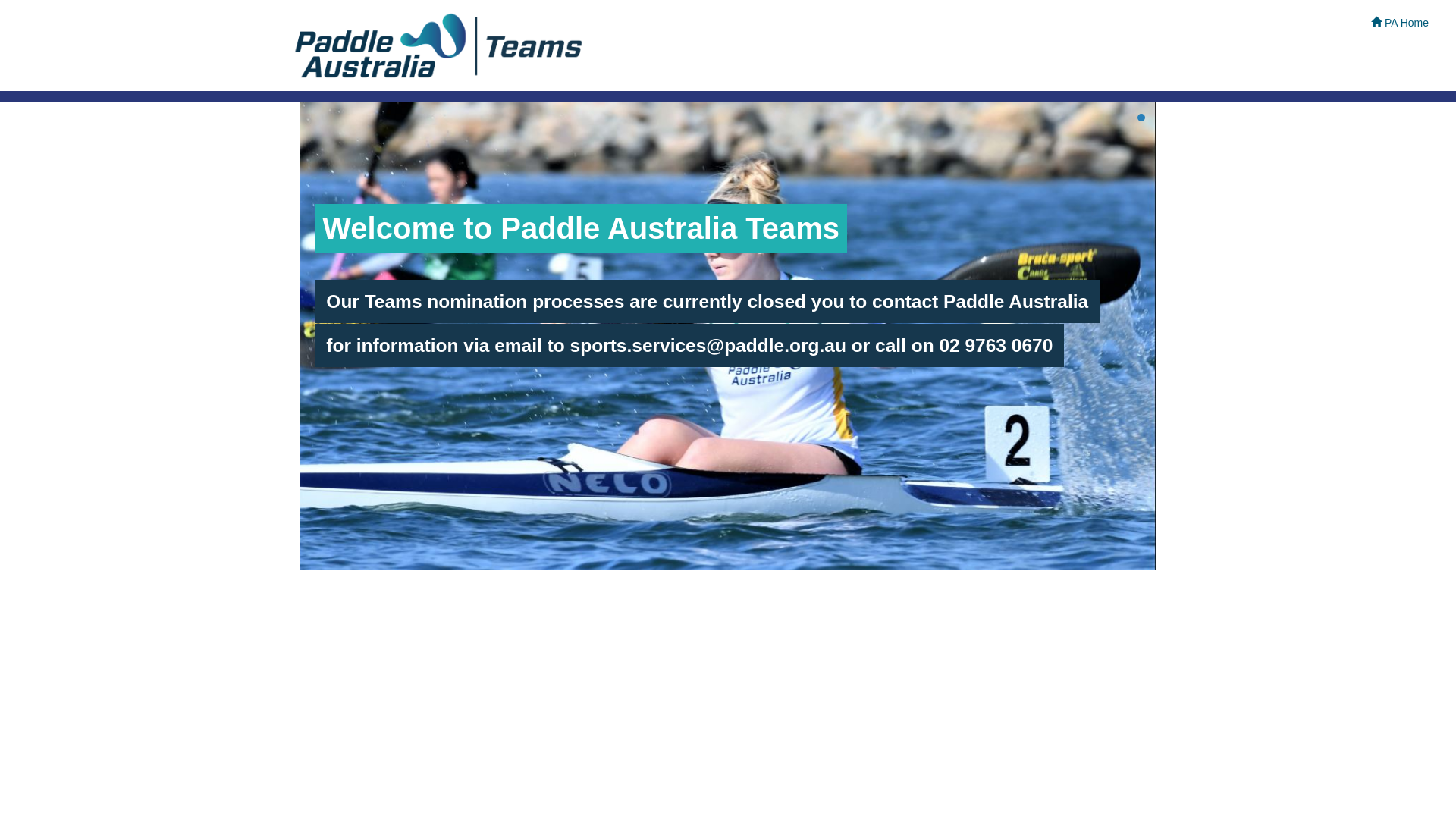  Describe the element at coordinates (1399, 23) in the screenshot. I see `'PA Home'` at that location.